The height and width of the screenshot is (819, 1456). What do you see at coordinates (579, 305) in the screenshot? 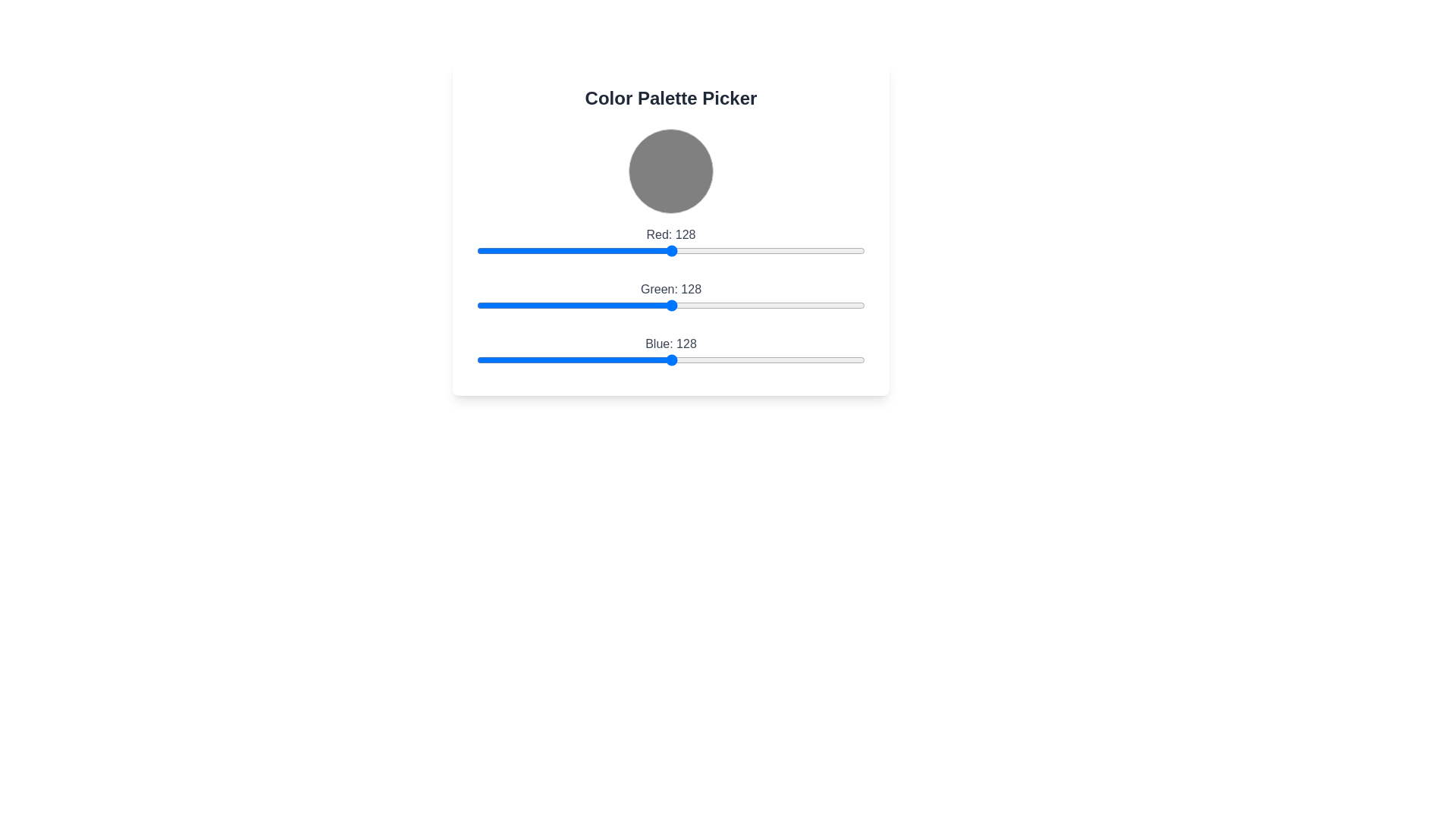
I see `the green value` at bounding box center [579, 305].